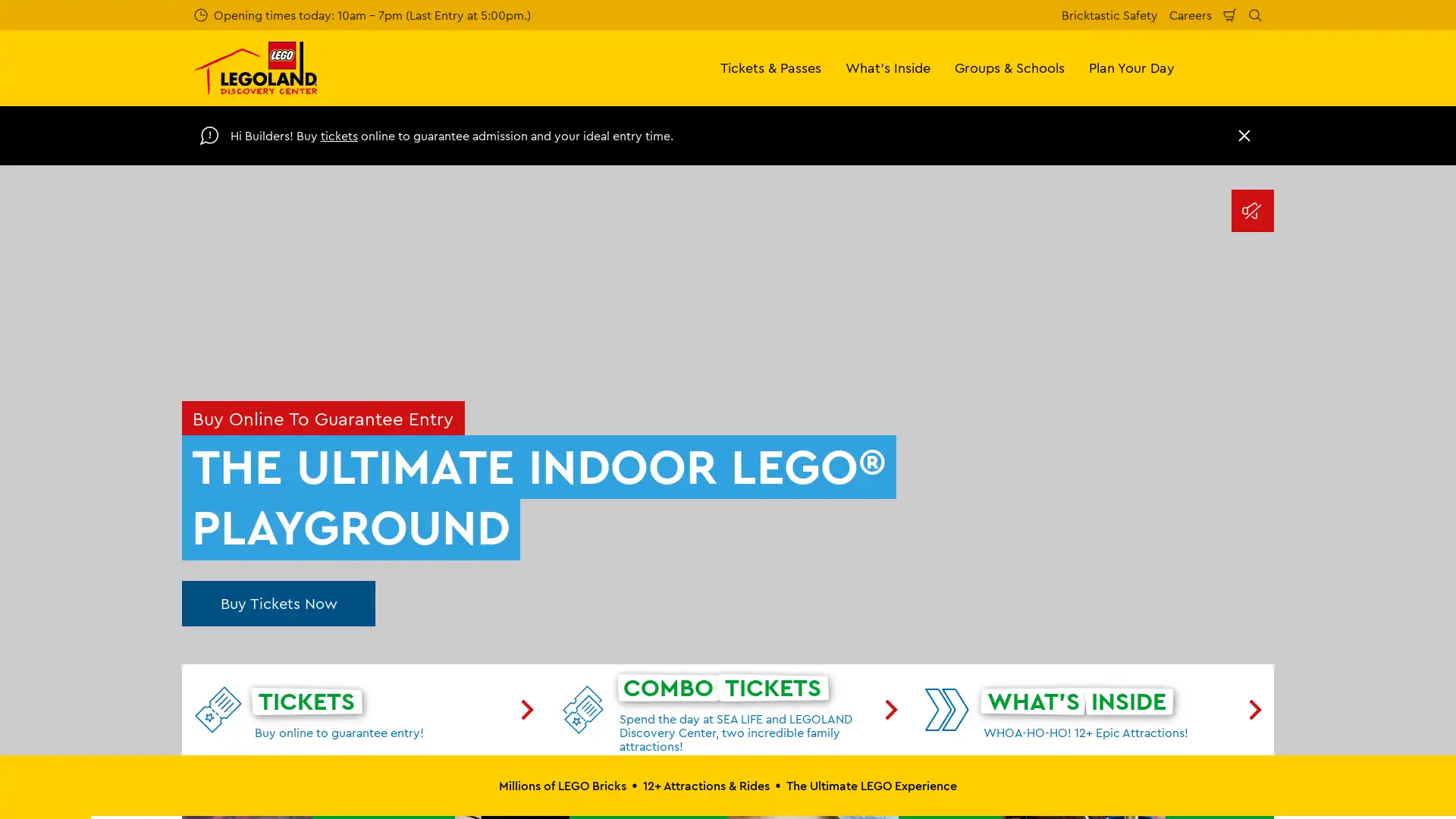 The width and height of the screenshot is (1456, 819). Describe the element at coordinates (1009, 67) in the screenshot. I see `Groups & Schools` at that location.